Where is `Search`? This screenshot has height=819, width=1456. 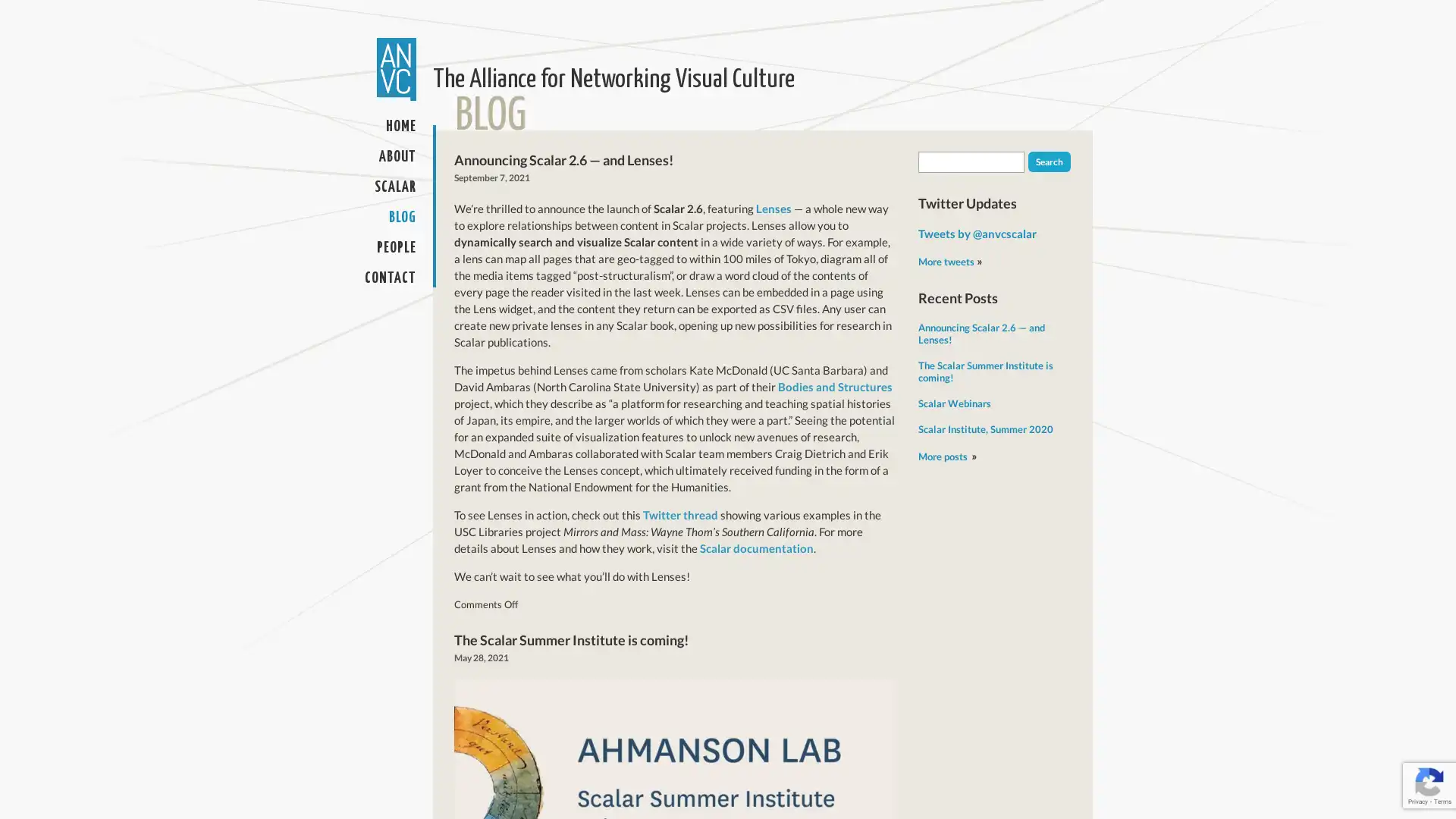
Search is located at coordinates (1048, 162).